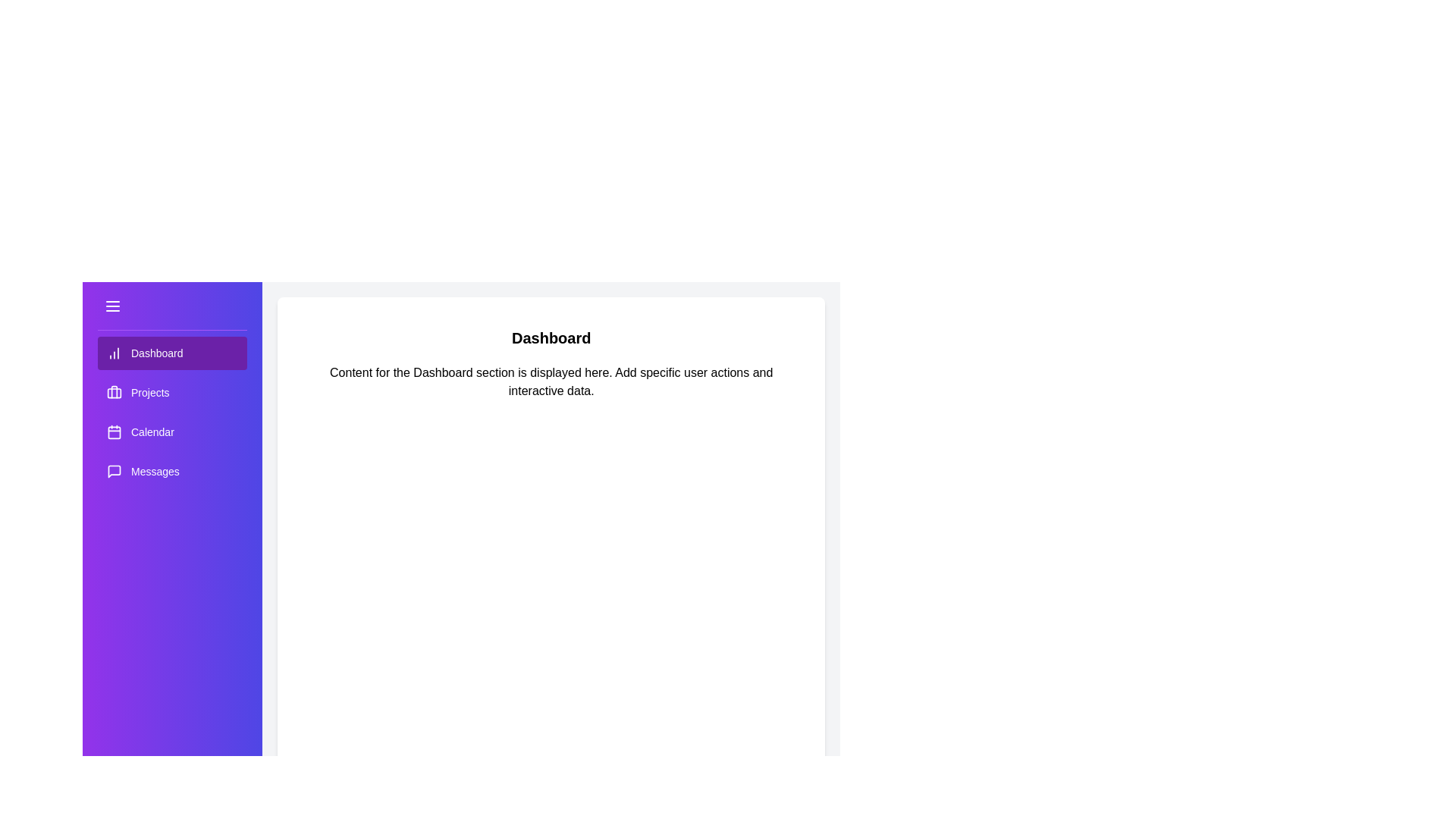 Image resolution: width=1456 pixels, height=819 pixels. Describe the element at coordinates (172, 353) in the screenshot. I see `the menu item labeled Dashboard to switch the content` at that location.